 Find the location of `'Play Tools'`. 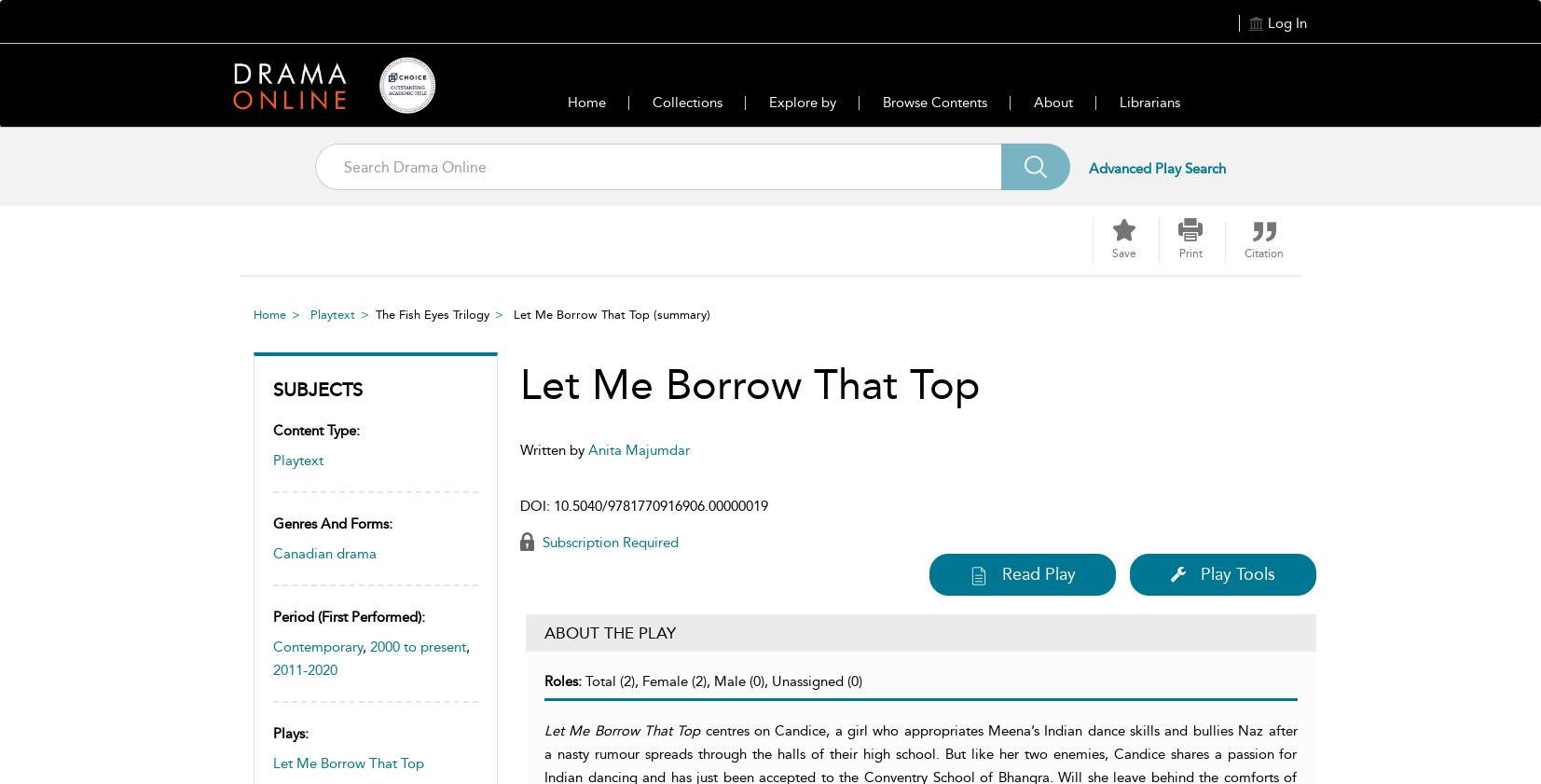

'Play Tools' is located at coordinates (1237, 574).